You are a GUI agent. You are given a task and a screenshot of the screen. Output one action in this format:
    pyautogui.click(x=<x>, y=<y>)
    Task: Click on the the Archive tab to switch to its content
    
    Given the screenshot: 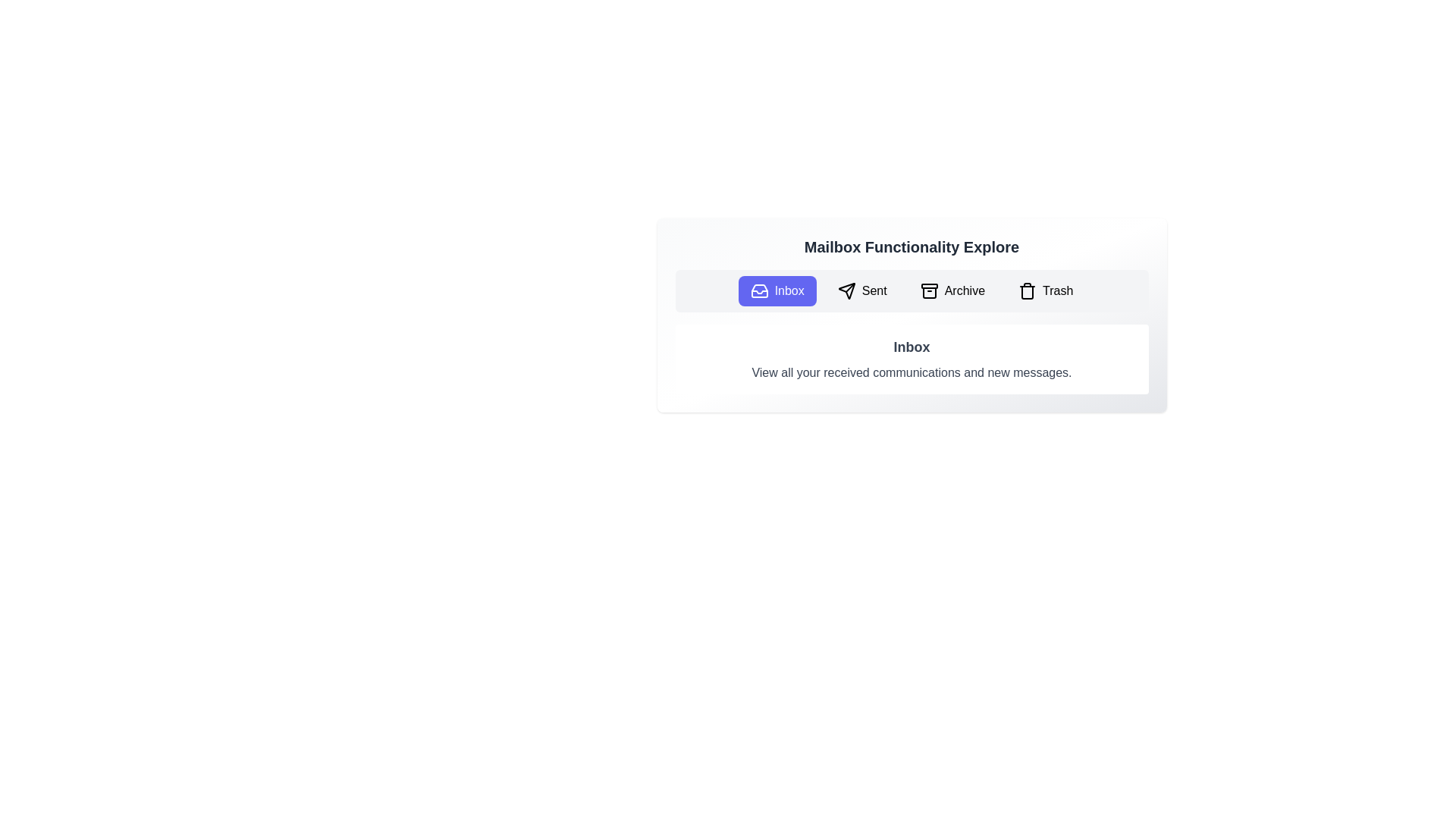 What is the action you would take?
    pyautogui.click(x=952, y=291)
    